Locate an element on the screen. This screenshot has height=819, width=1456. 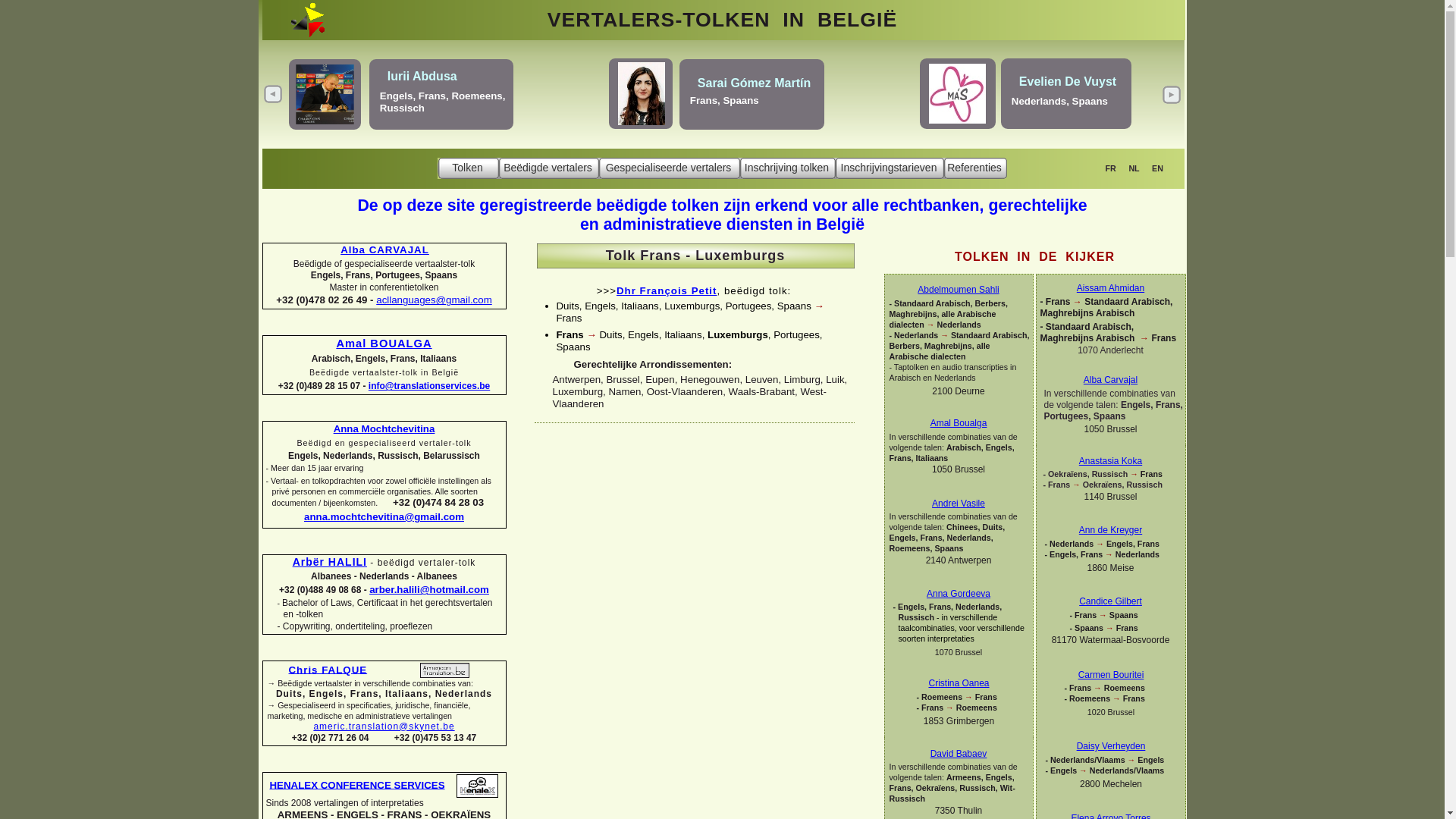
'acllanguages@gmail.com' is located at coordinates (432, 300).